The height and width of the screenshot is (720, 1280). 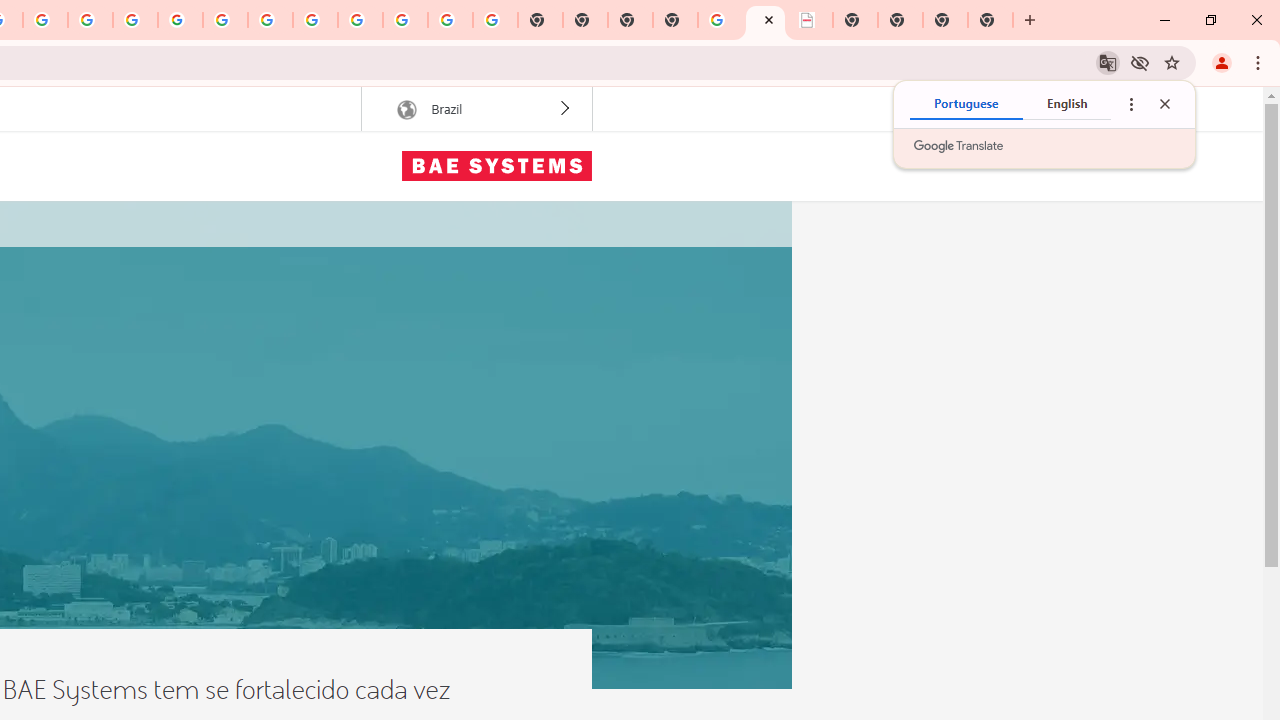 I want to click on 'BAE Systems Brasil | BAE Systems', so click(x=810, y=20).